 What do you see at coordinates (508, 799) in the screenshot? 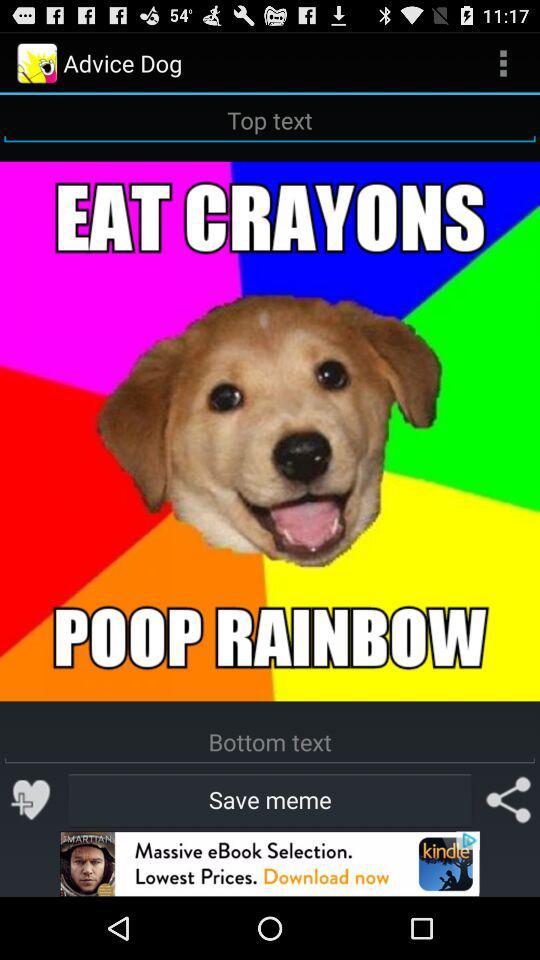
I see `share link` at bounding box center [508, 799].